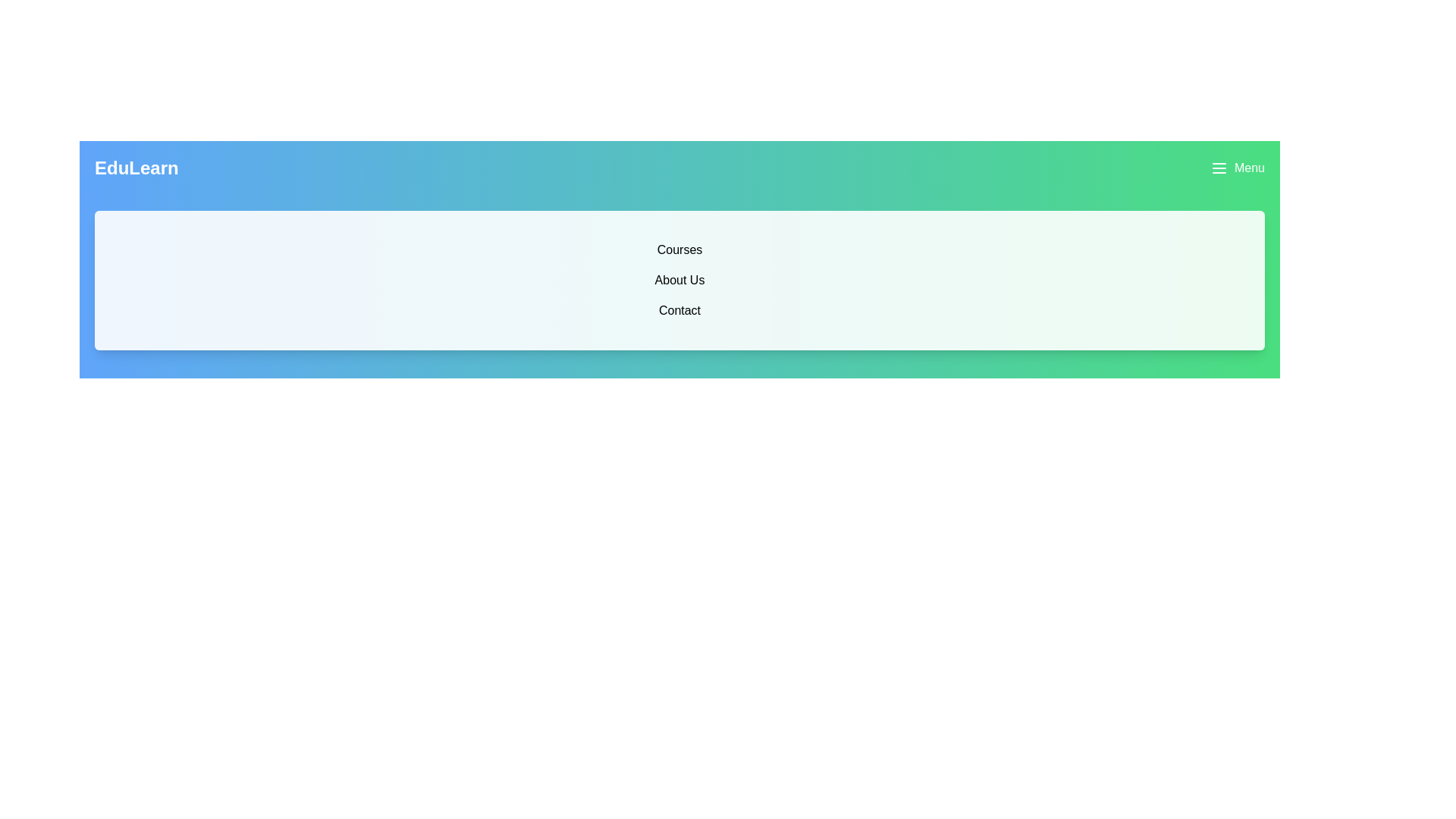 The height and width of the screenshot is (819, 1456). What do you see at coordinates (136, 168) in the screenshot?
I see `the 'EduLearn' branding text label located on the left side of the header bar at the top of the interface` at bounding box center [136, 168].